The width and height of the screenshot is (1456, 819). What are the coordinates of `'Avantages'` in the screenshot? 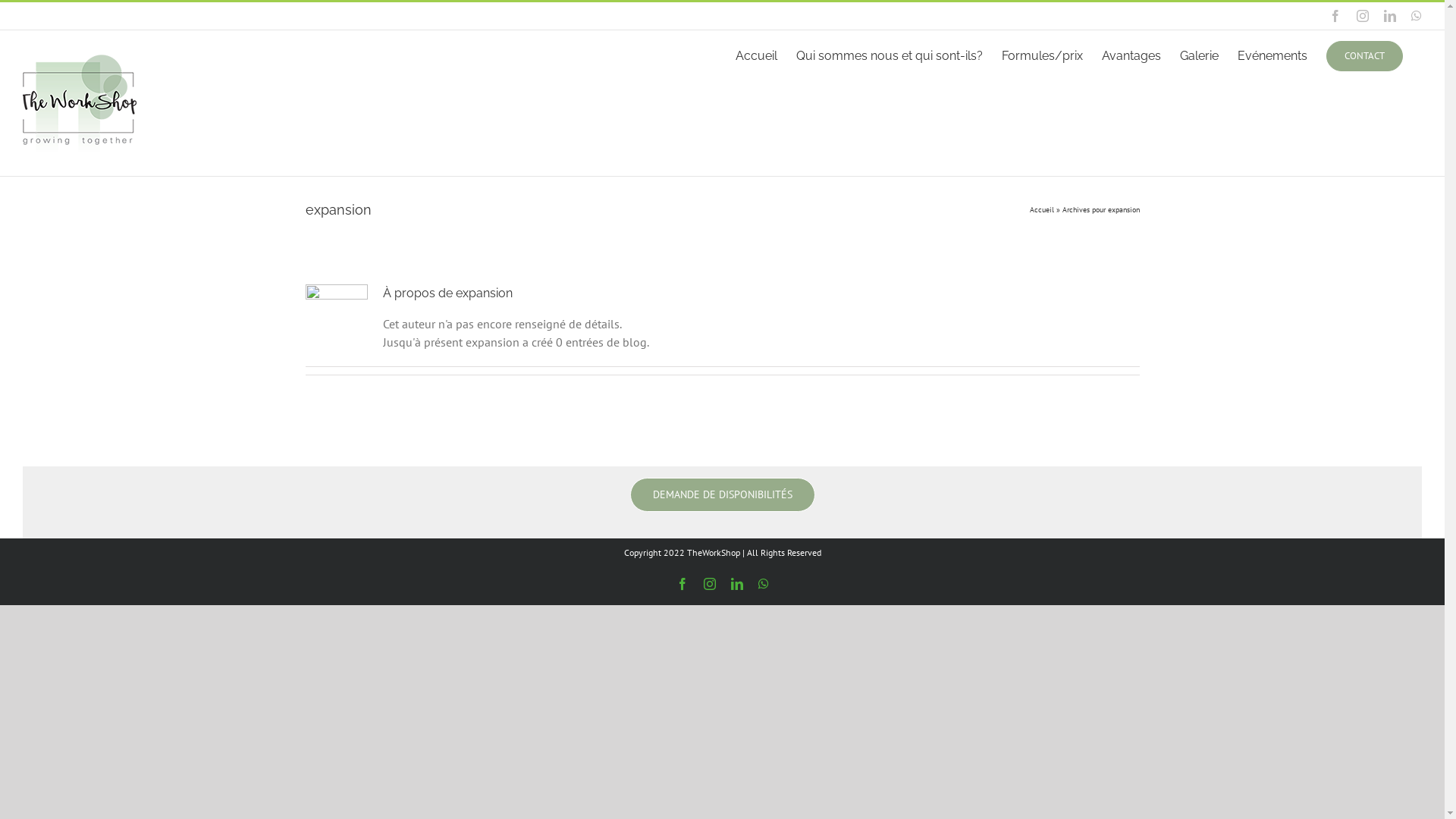 It's located at (1131, 54).